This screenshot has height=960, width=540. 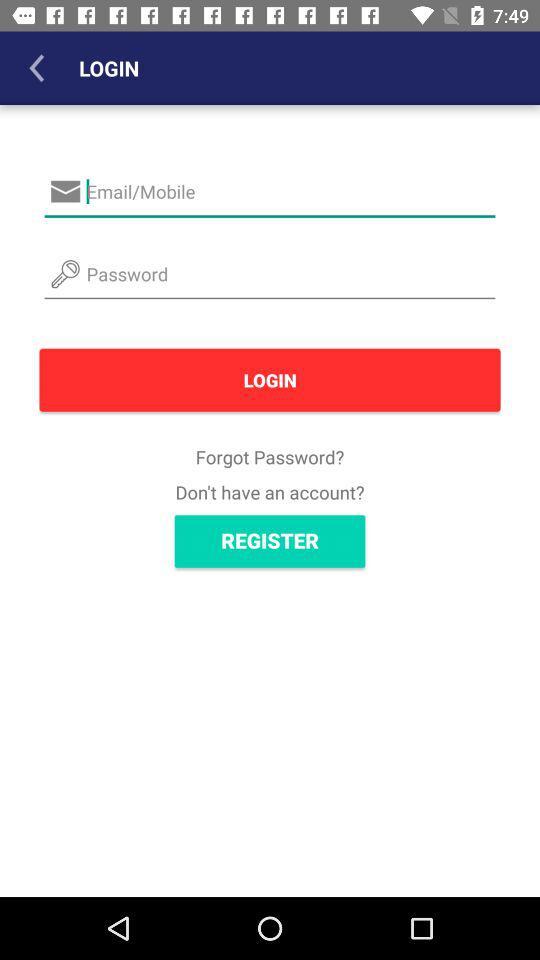 What do you see at coordinates (270, 541) in the screenshot?
I see `the item below don t have icon` at bounding box center [270, 541].